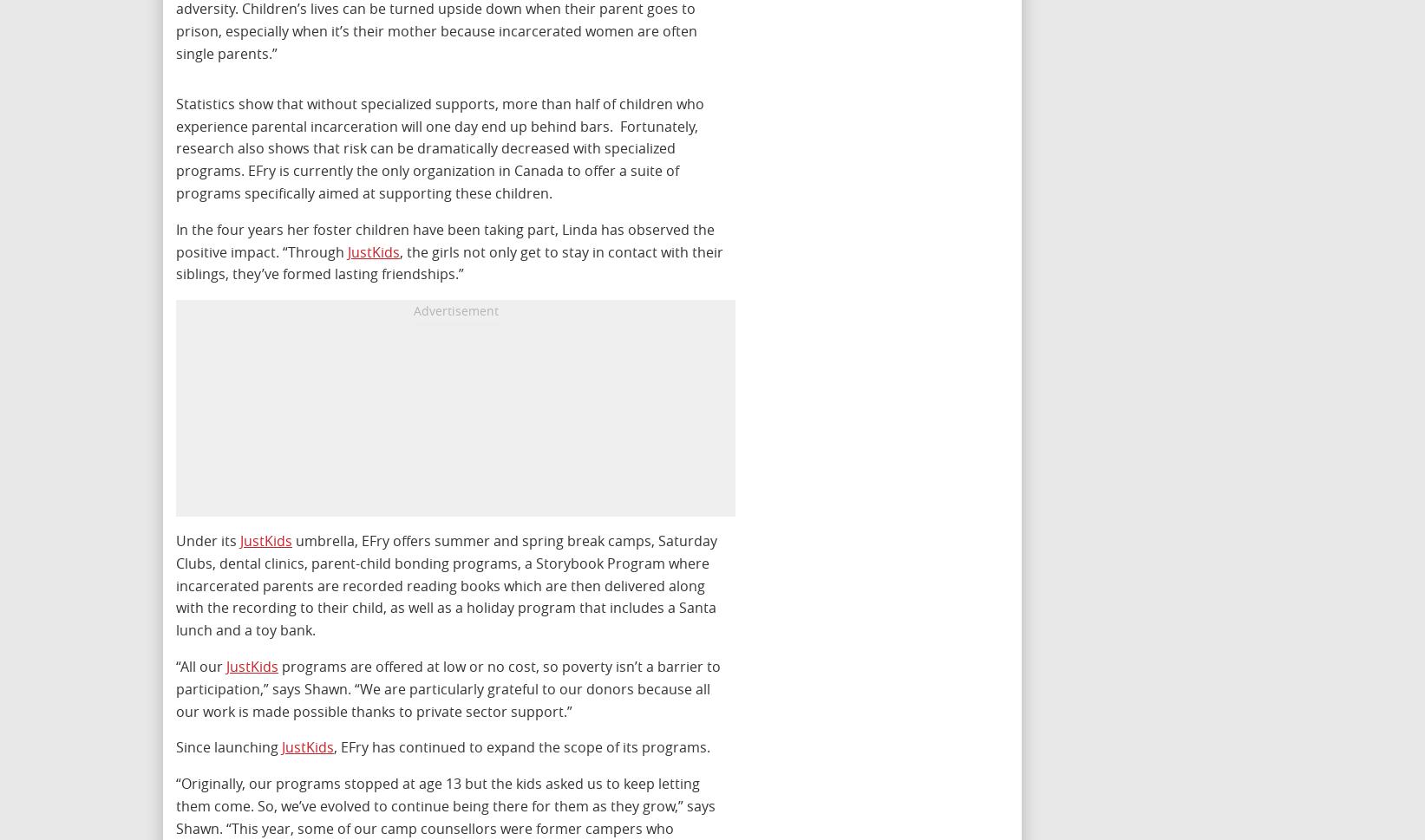  Describe the element at coordinates (200, 665) in the screenshot. I see `'“All our'` at that location.